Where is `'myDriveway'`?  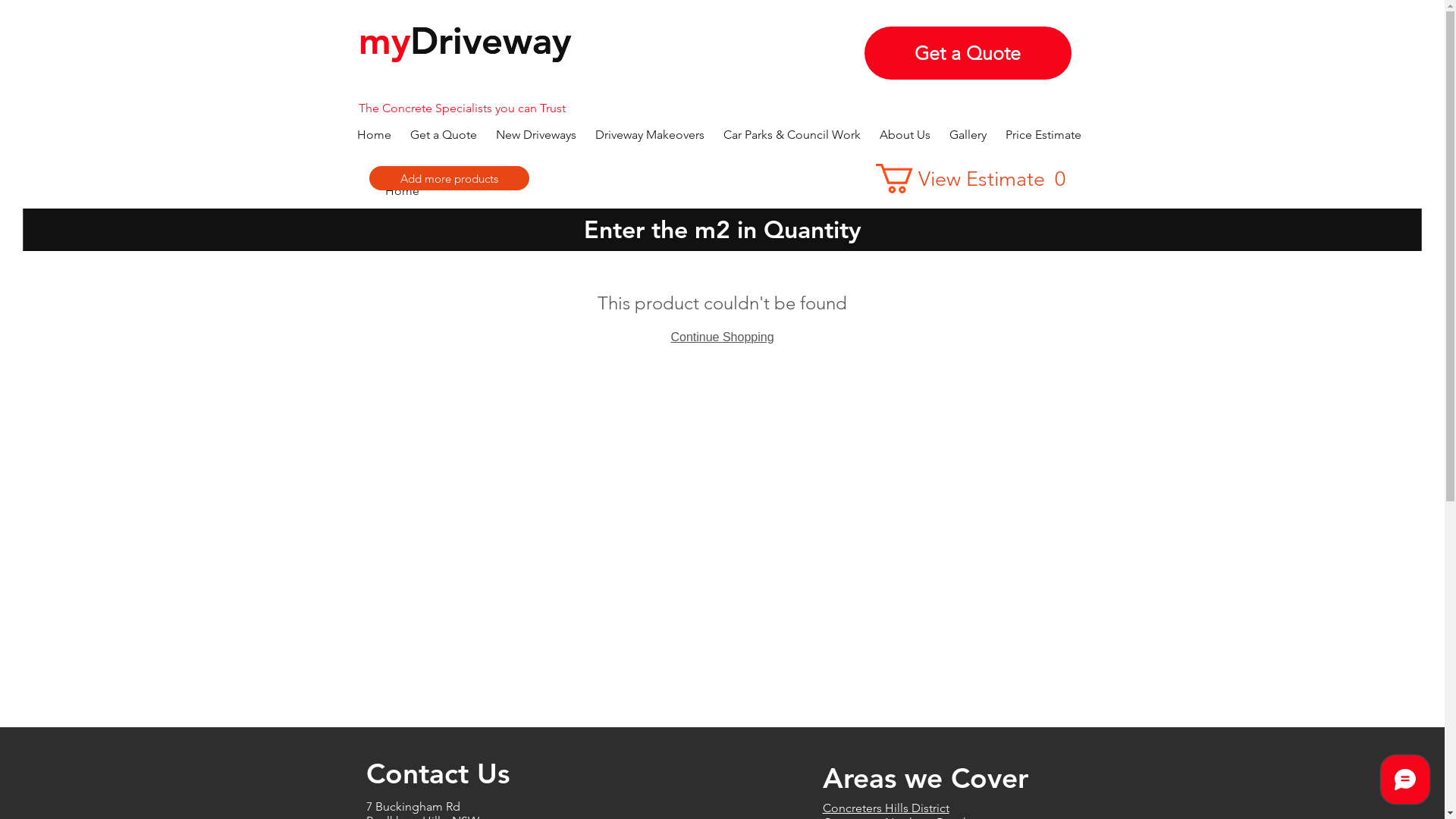
'myDriveway' is located at coordinates (463, 39).